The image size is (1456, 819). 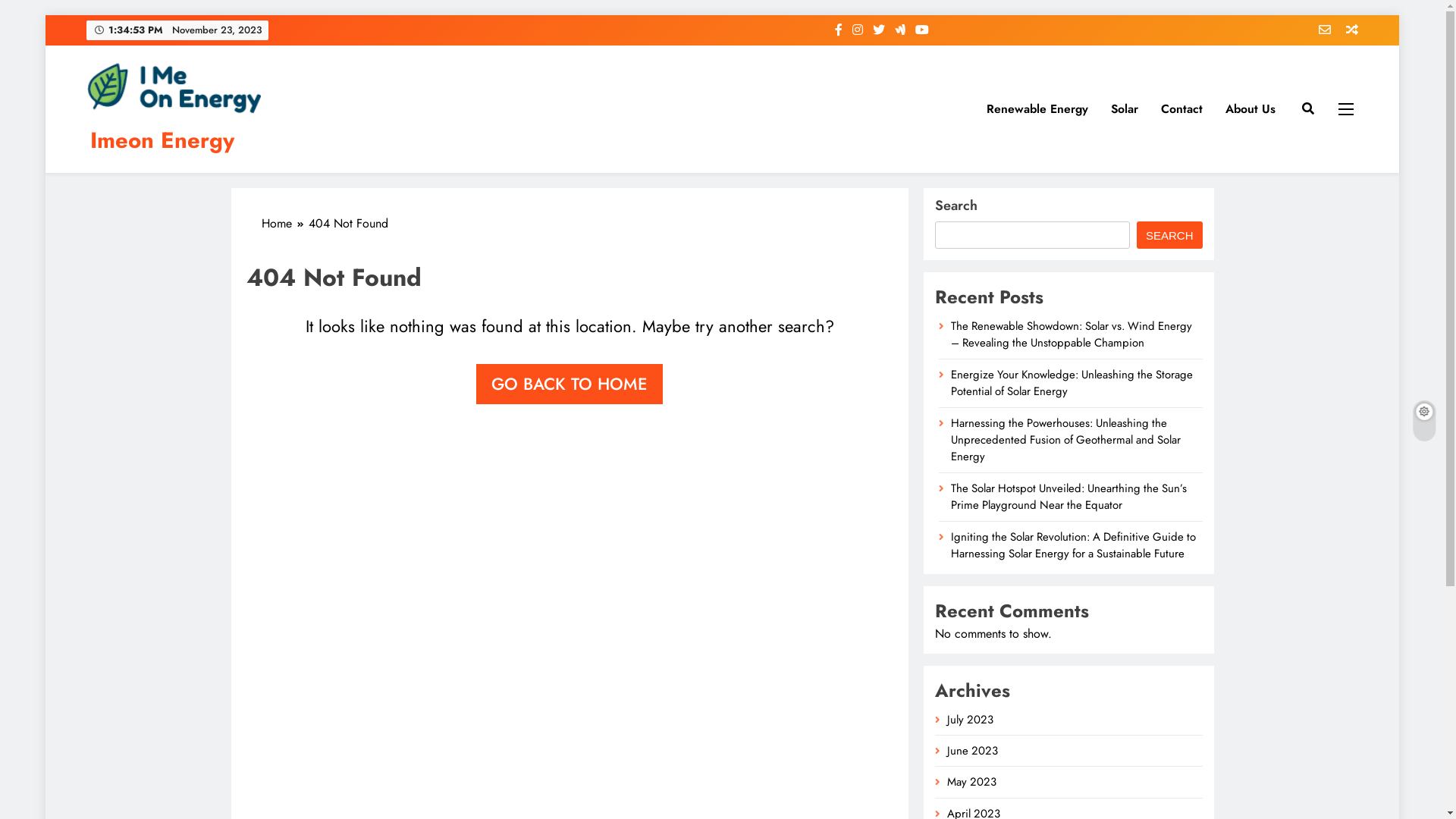 What do you see at coordinates (475, 383) in the screenshot?
I see `'GO BACK TO HOME'` at bounding box center [475, 383].